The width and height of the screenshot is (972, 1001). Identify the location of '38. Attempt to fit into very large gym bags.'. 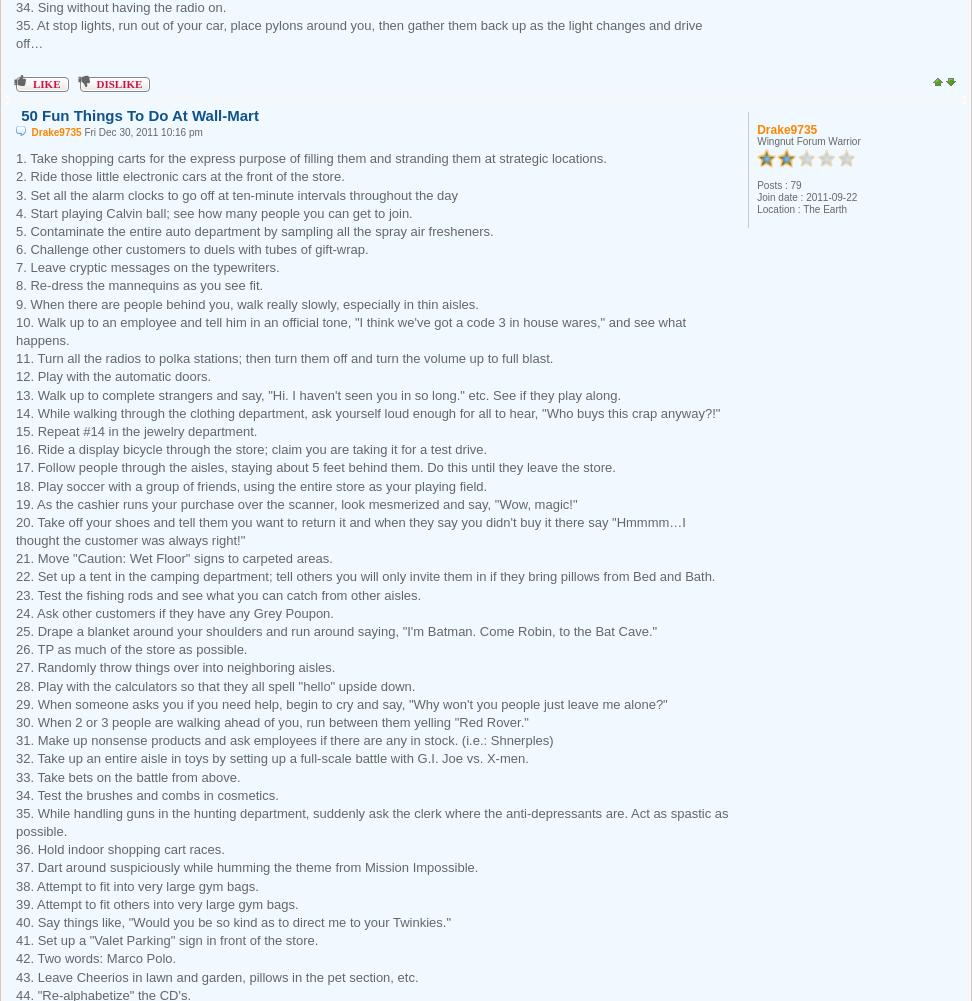
(16, 885).